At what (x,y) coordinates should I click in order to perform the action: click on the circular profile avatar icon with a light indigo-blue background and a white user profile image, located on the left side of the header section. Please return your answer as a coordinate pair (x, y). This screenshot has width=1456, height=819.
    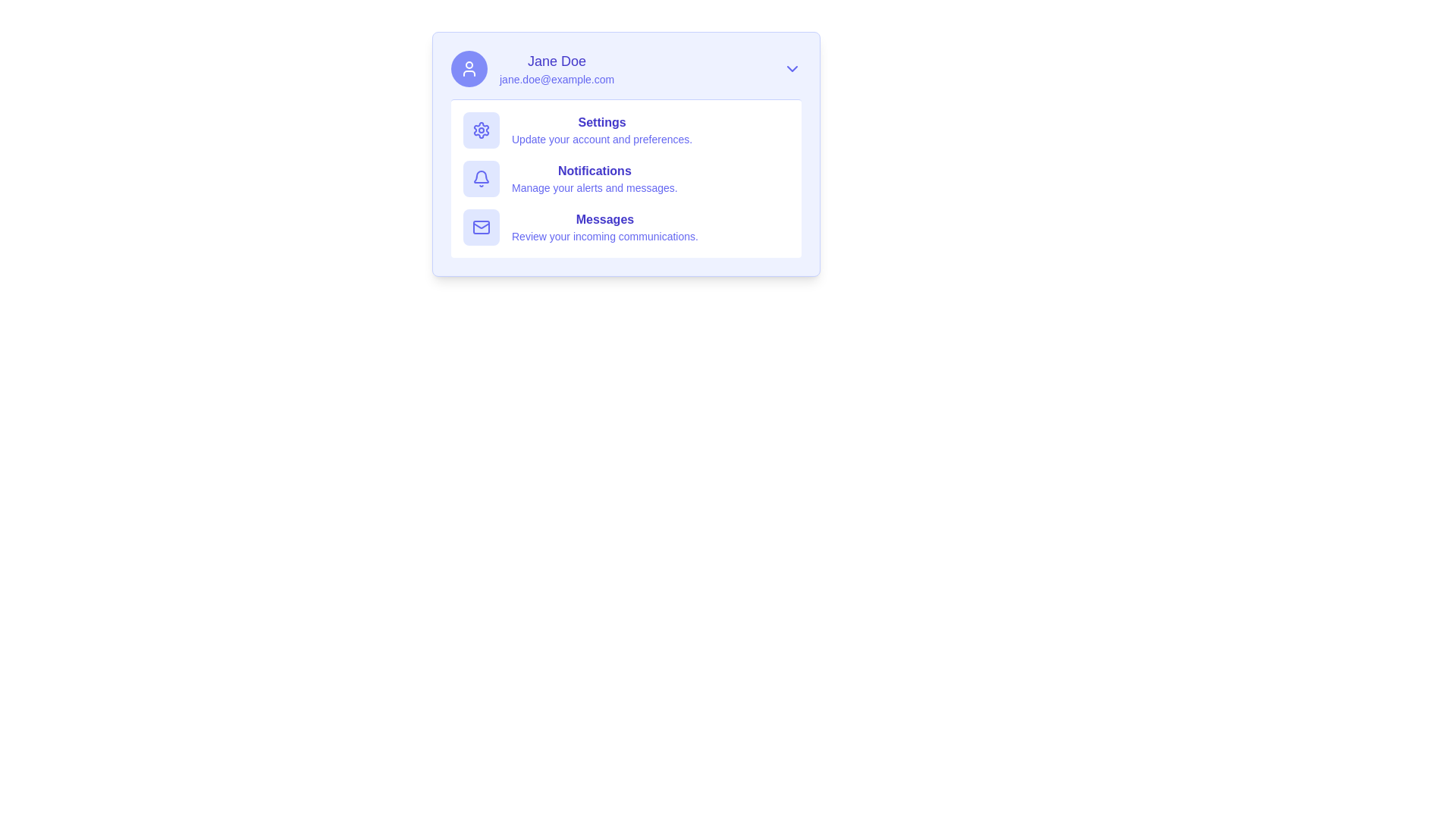
    Looking at the image, I should click on (469, 69).